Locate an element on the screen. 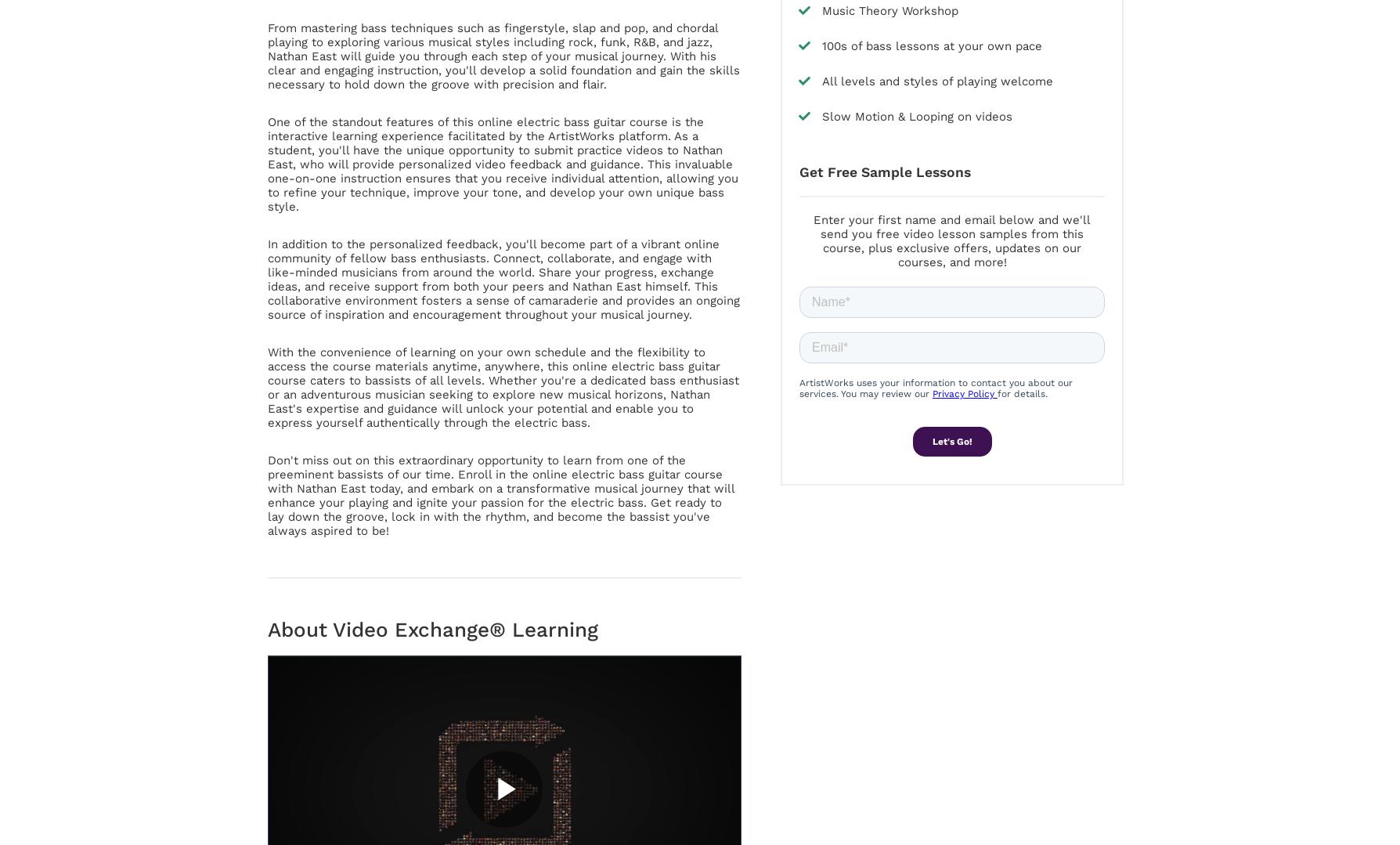 The image size is (1400, 845). 'Get Free Sample Lessons' is located at coordinates (884, 172).